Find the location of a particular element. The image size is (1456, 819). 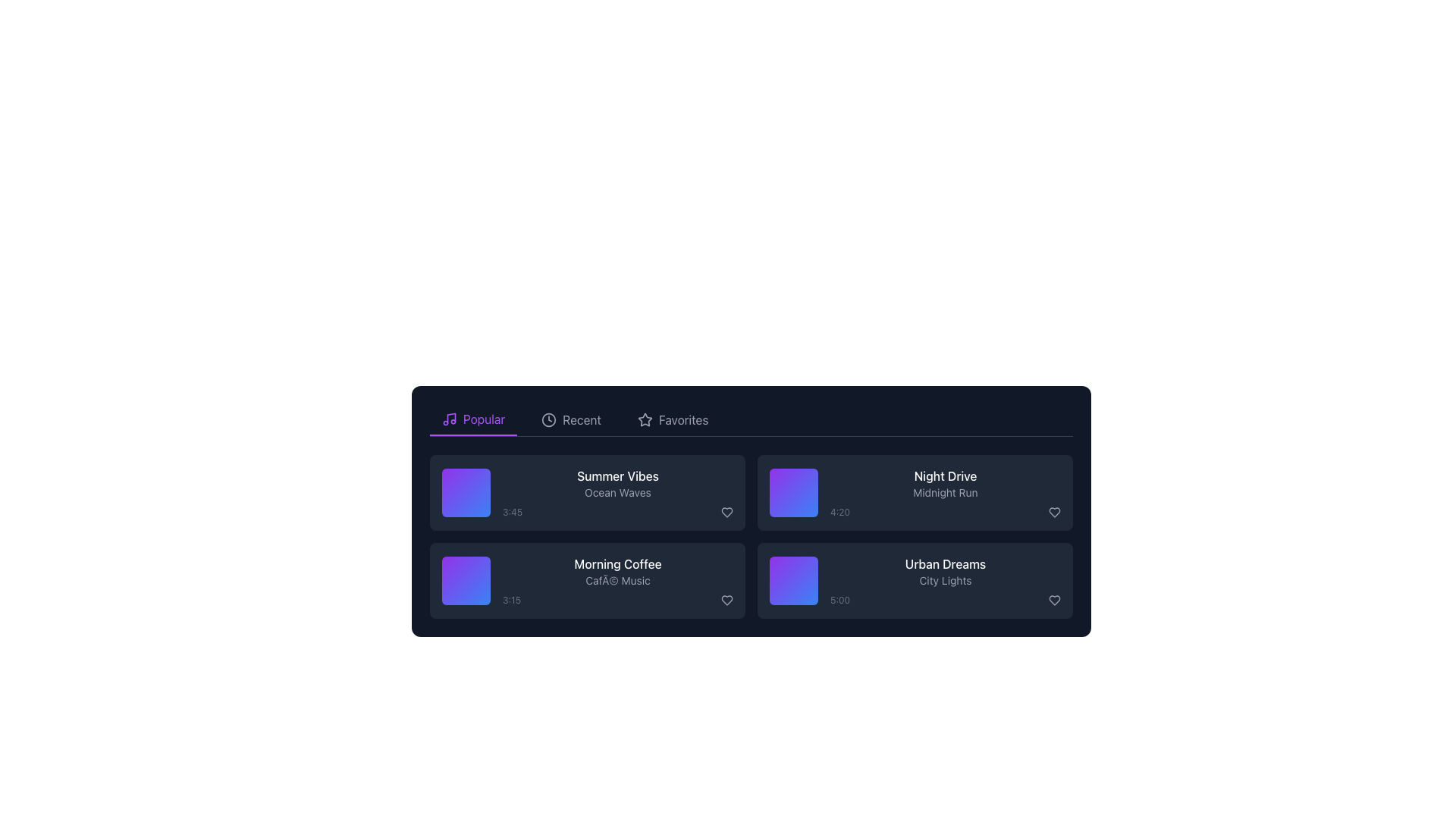

the non-interactive text label that displays additional descriptive text below the 'Night Drive' title is located at coordinates (945, 493).